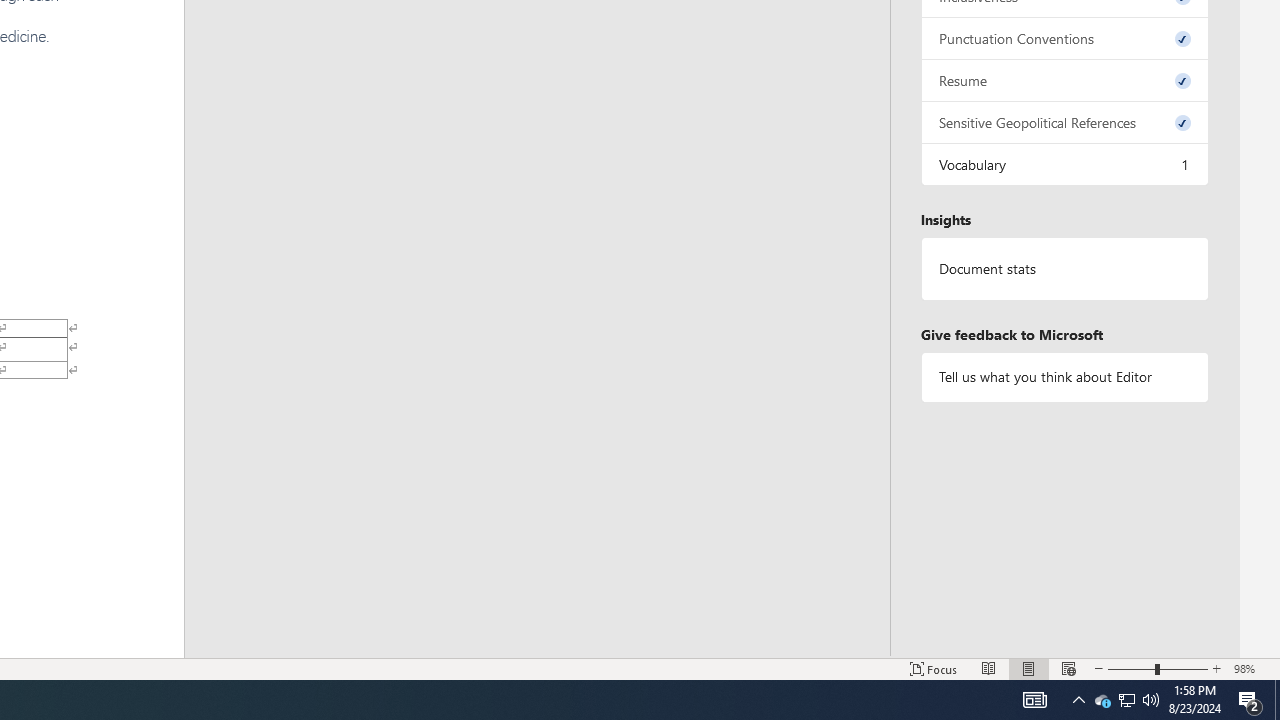 The width and height of the screenshot is (1280, 720). Describe the element at coordinates (1063, 163) in the screenshot. I see `'Vocabulary, 1 issue. Press space or enter to review items.'` at that location.